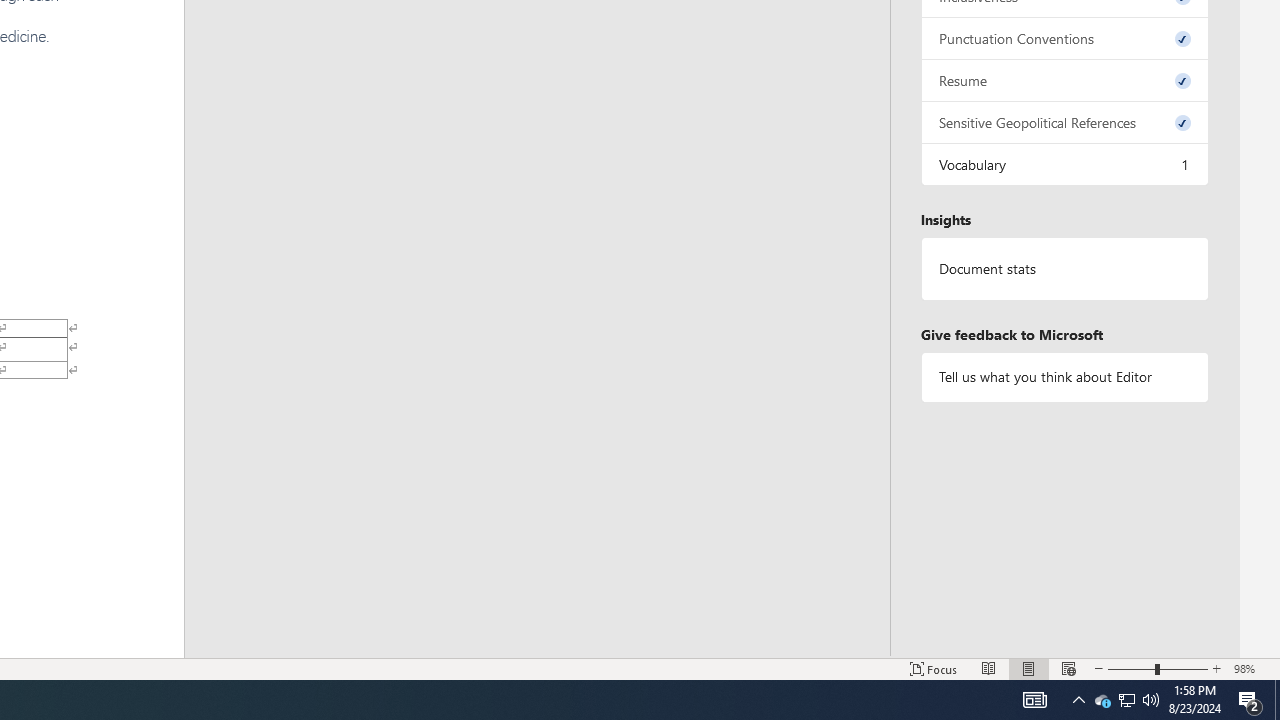 The width and height of the screenshot is (1280, 720). Describe the element at coordinates (1063, 163) in the screenshot. I see `'Vocabulary, 1 issue. Press space or enter to review items.'` at that location.